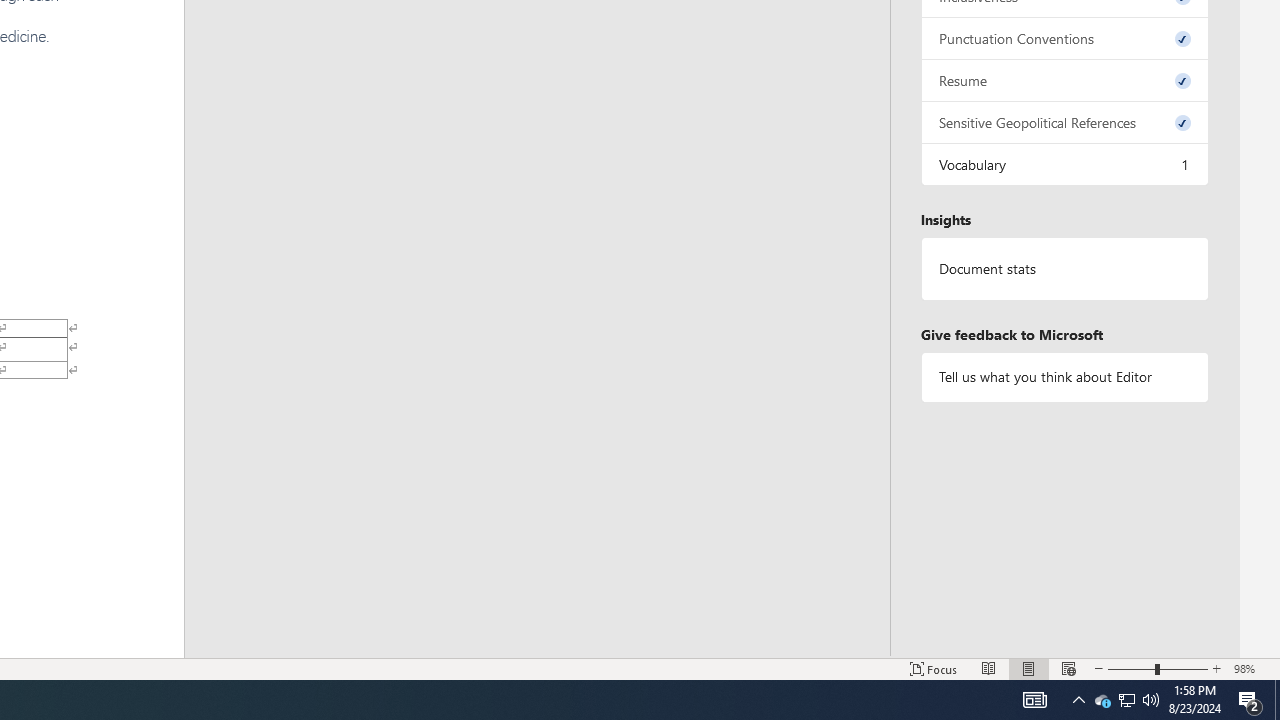 The width and height of the screenshot is (1280, 720). Describe the element at coordinates (1063, 163) in the screenshot. I see `'Vocabulary, 1 issue. Press space or enter to review items.'` at that location.